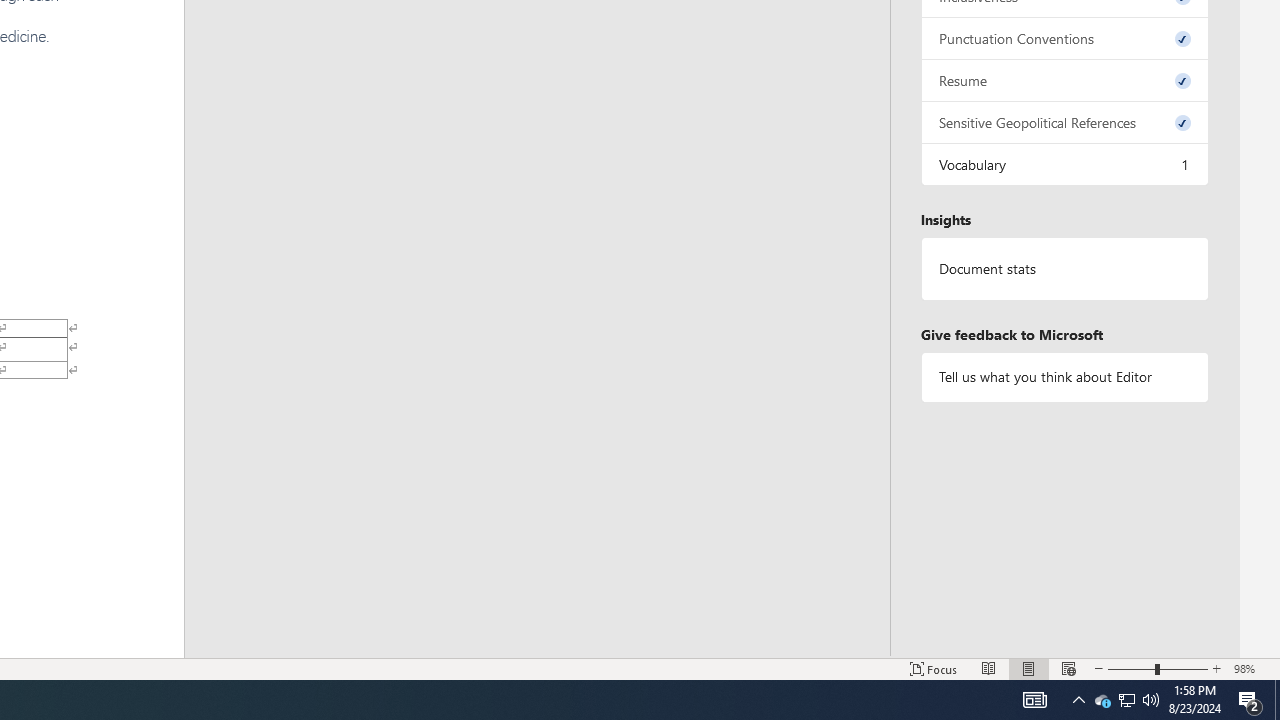 The width and height of the screenshot is (1280, 720). Describe the element at coordinates (1063, 163) in the screenshot. I see `'Vocabulary, 1 issue. Press space or enter to review items.'` at that location.